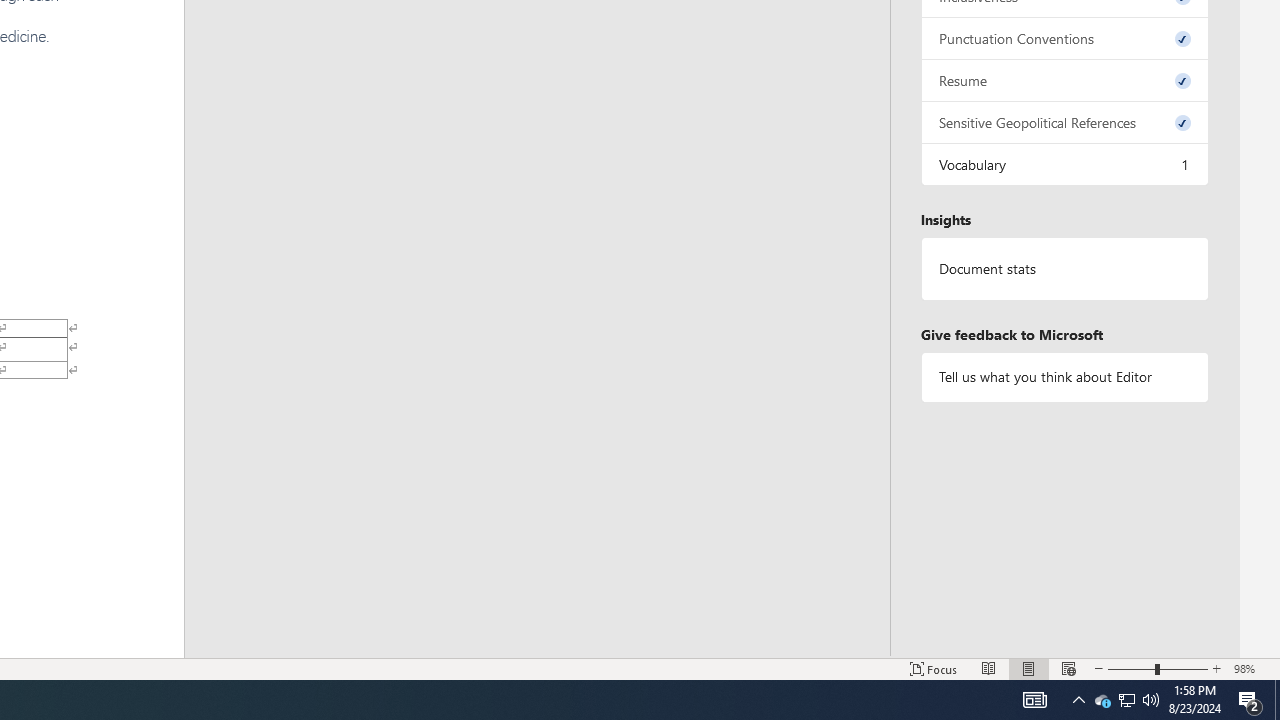 The width and height of the screenshot is (1280, 720). Describe the element at coordinates (1063, 163) in the screenshot. I see `'Vocabulary, 1 issue. Press space or enter to review items.'` at that location.